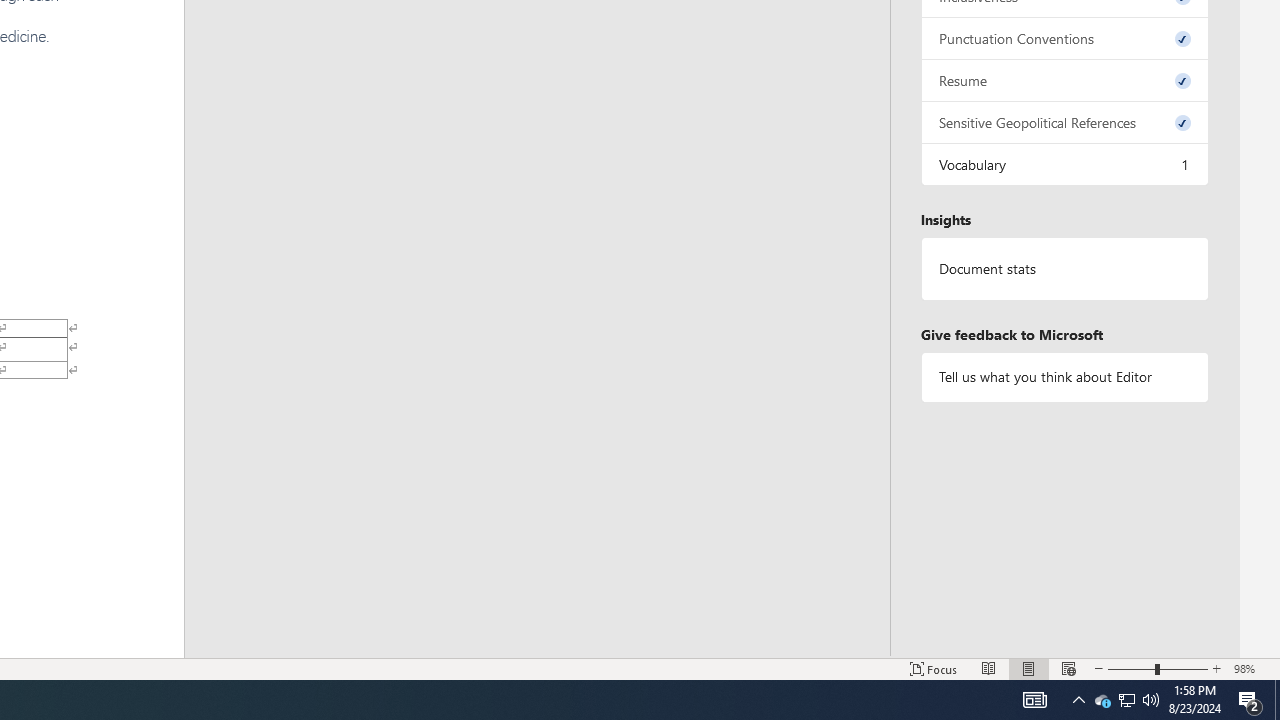 The width and height of the screenshot is (1280, 720). Describe the element at coordinates (1063, 163) in the screenshot. I see `'Vocabulary, 1 issue. Press space or enter to review items.'` at that location.